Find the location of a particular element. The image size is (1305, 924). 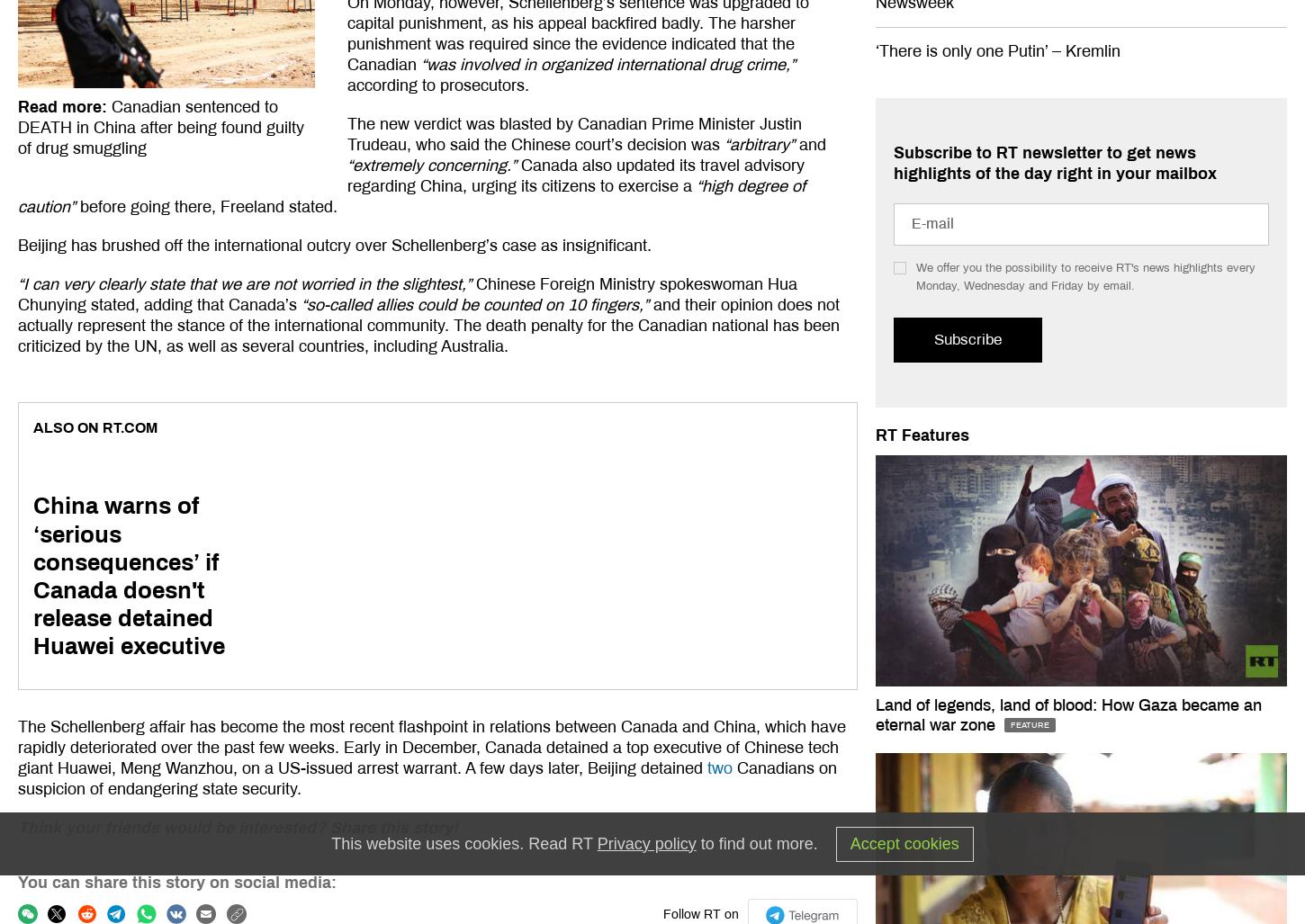

'Canadian sentenced to DEATH in China after being found guilty of drug smuggling' is located at coordinates (159, 128).